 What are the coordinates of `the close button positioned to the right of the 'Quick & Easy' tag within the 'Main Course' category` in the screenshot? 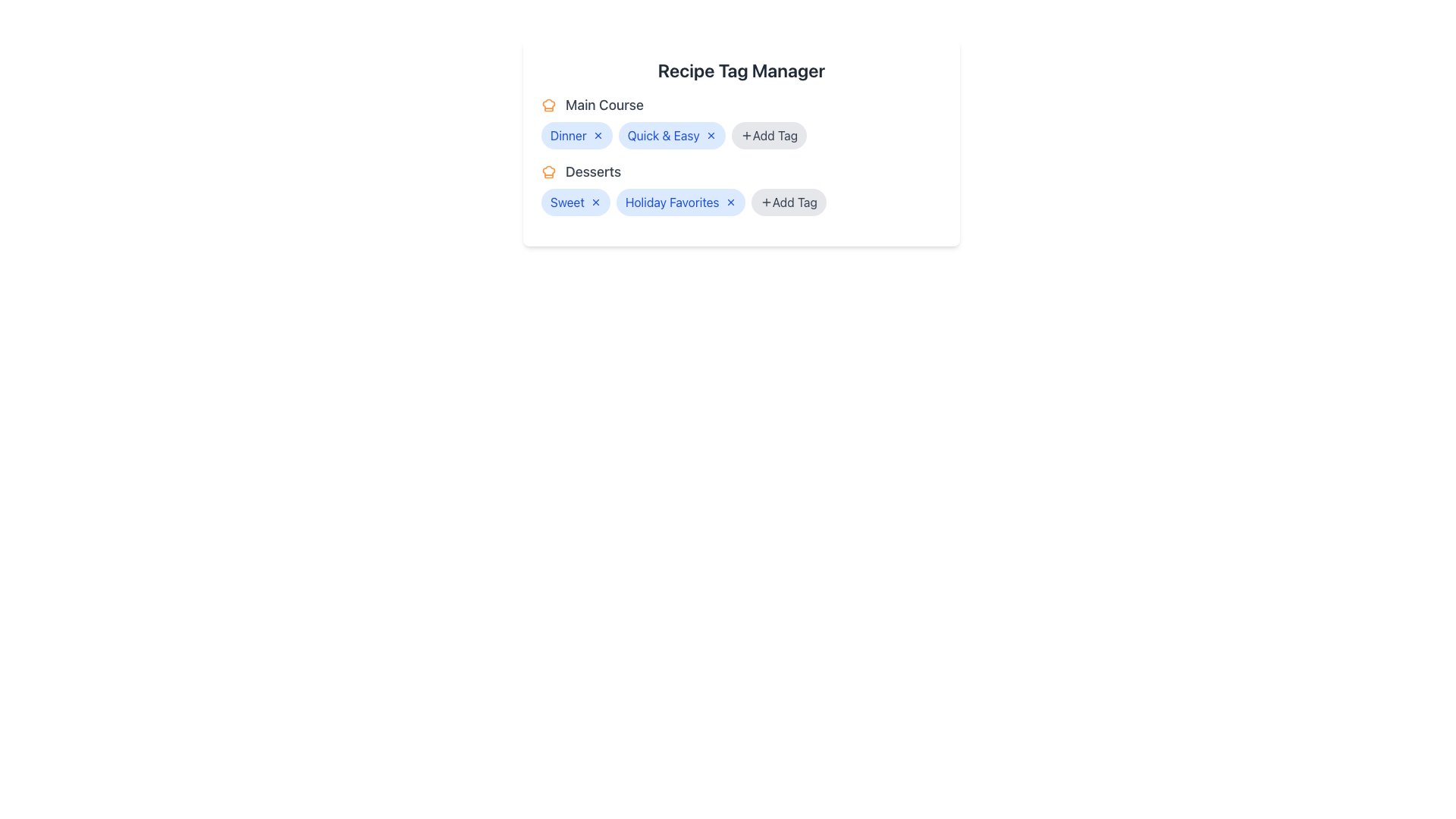 It's located at (710, 134).